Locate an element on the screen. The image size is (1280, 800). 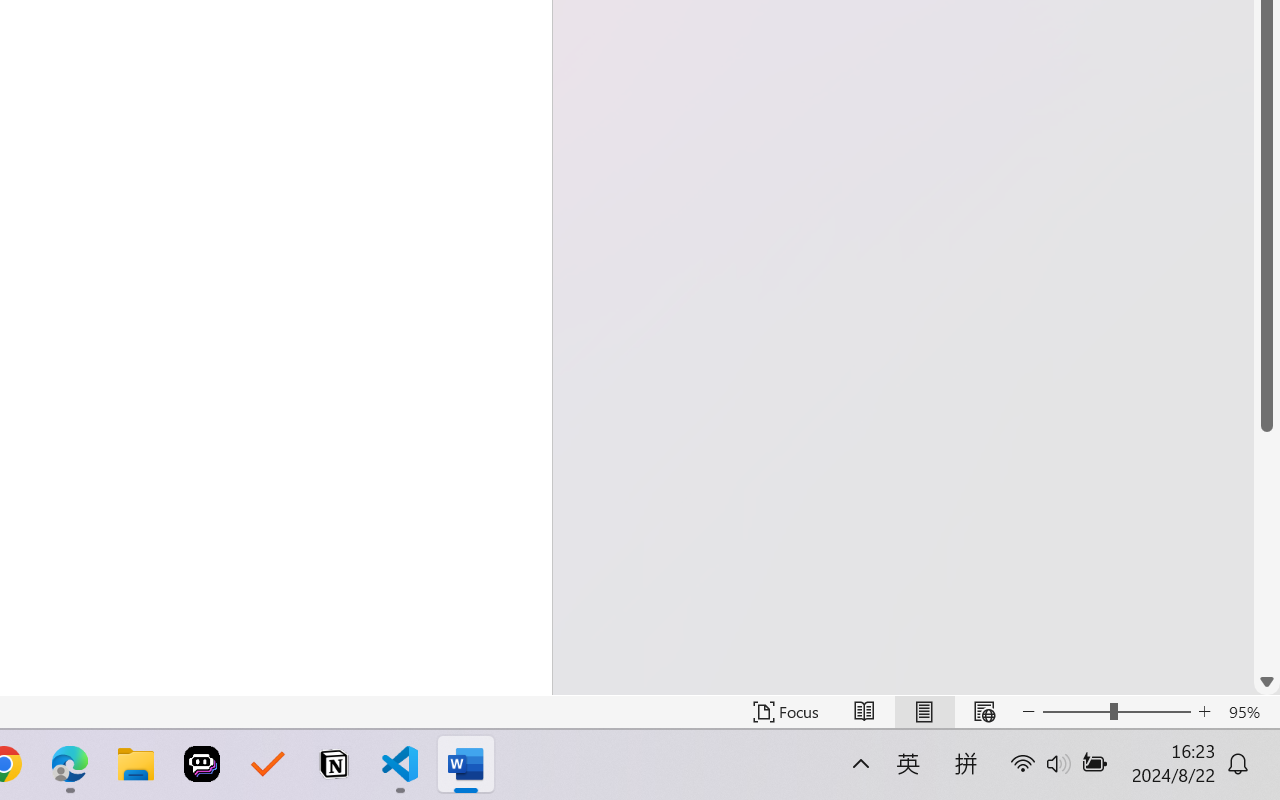
'Line down' is located at coordinates (1266, 682).